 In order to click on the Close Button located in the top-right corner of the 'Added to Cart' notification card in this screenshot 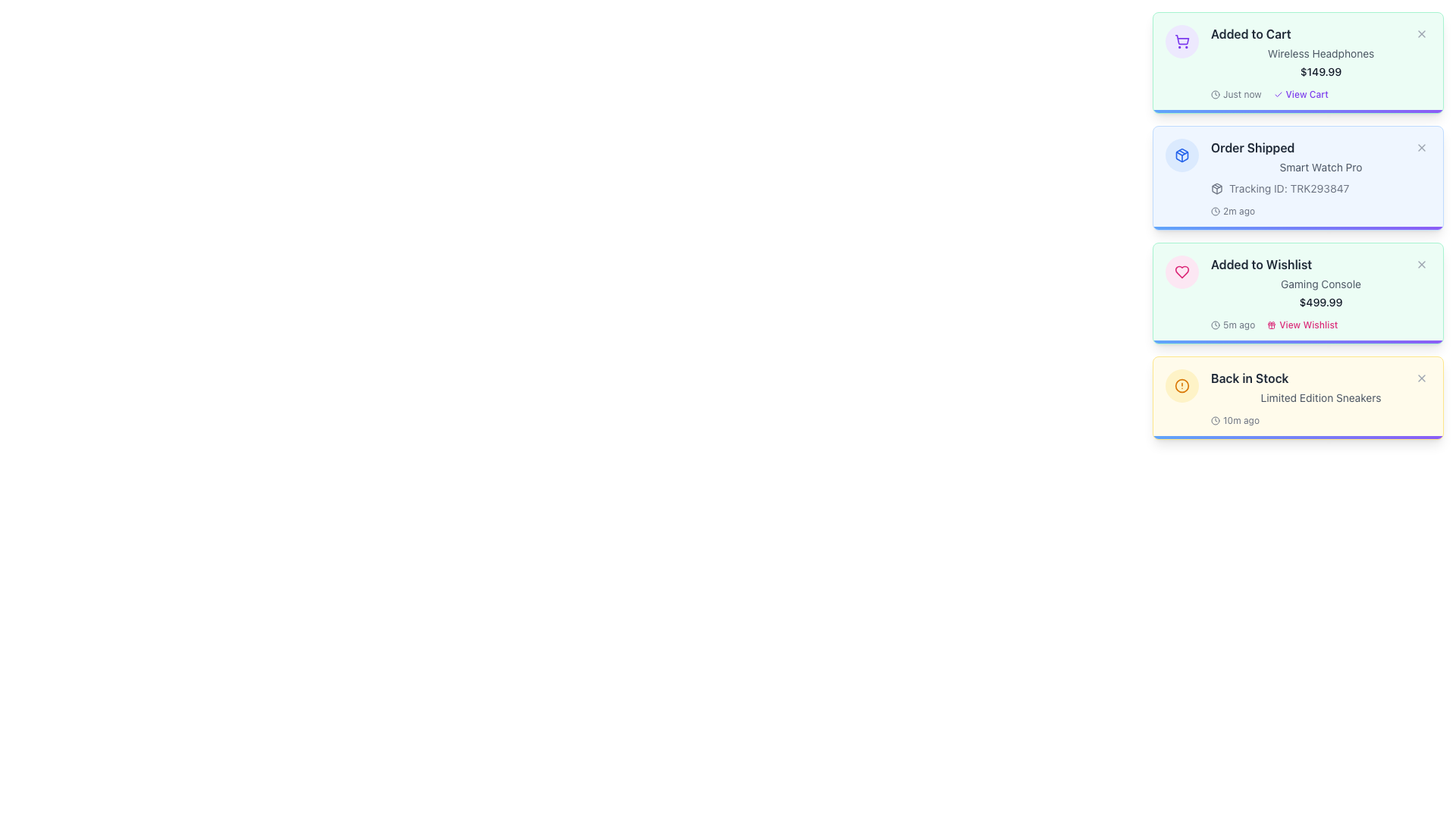, I will do `click(1421, 34)`.